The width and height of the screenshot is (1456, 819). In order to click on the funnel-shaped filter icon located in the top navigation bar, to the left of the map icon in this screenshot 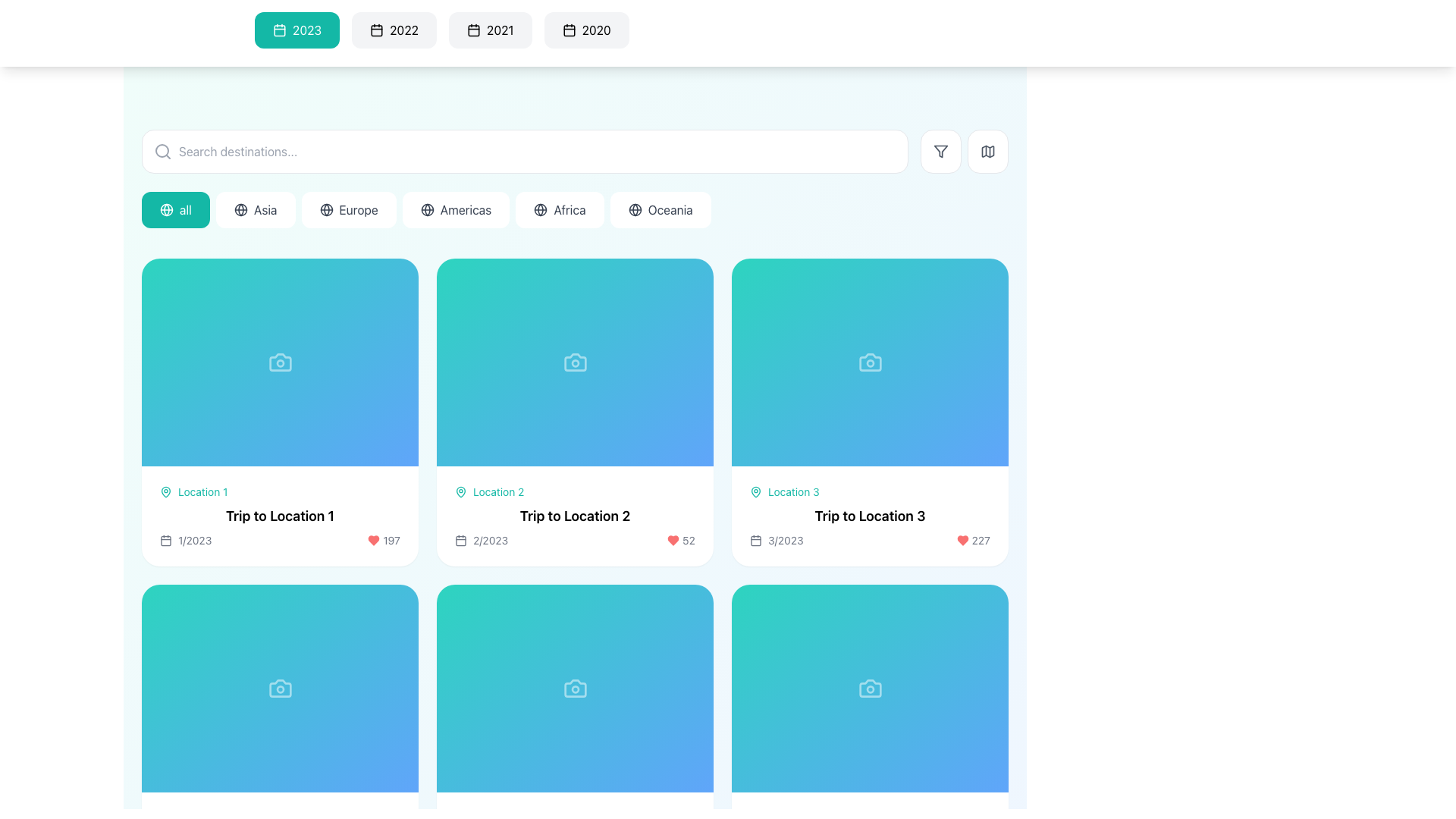, I will do `click(940, 152)`.